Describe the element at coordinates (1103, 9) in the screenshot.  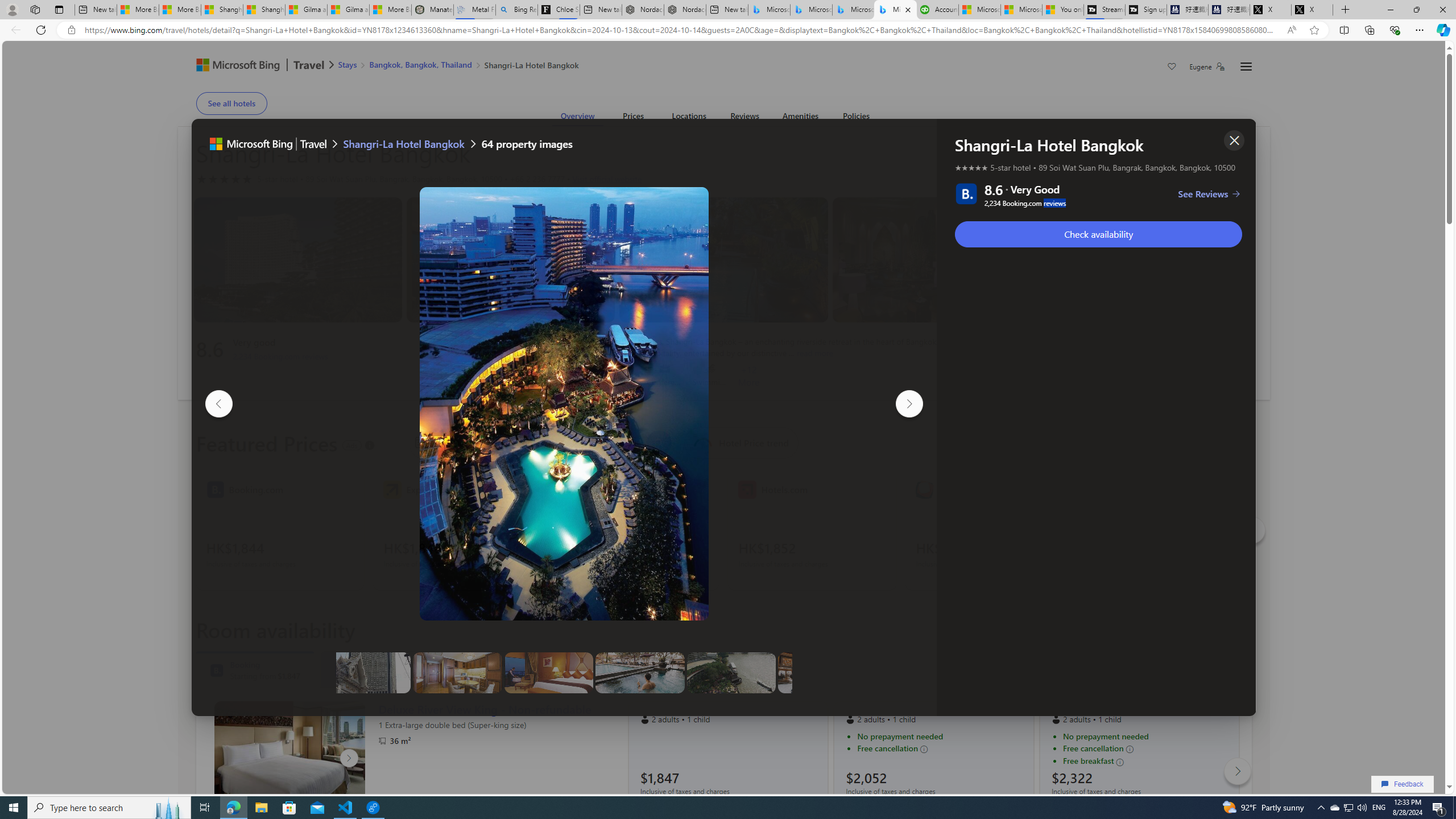
I see `'Streaming Coverage | T3'` at that location.